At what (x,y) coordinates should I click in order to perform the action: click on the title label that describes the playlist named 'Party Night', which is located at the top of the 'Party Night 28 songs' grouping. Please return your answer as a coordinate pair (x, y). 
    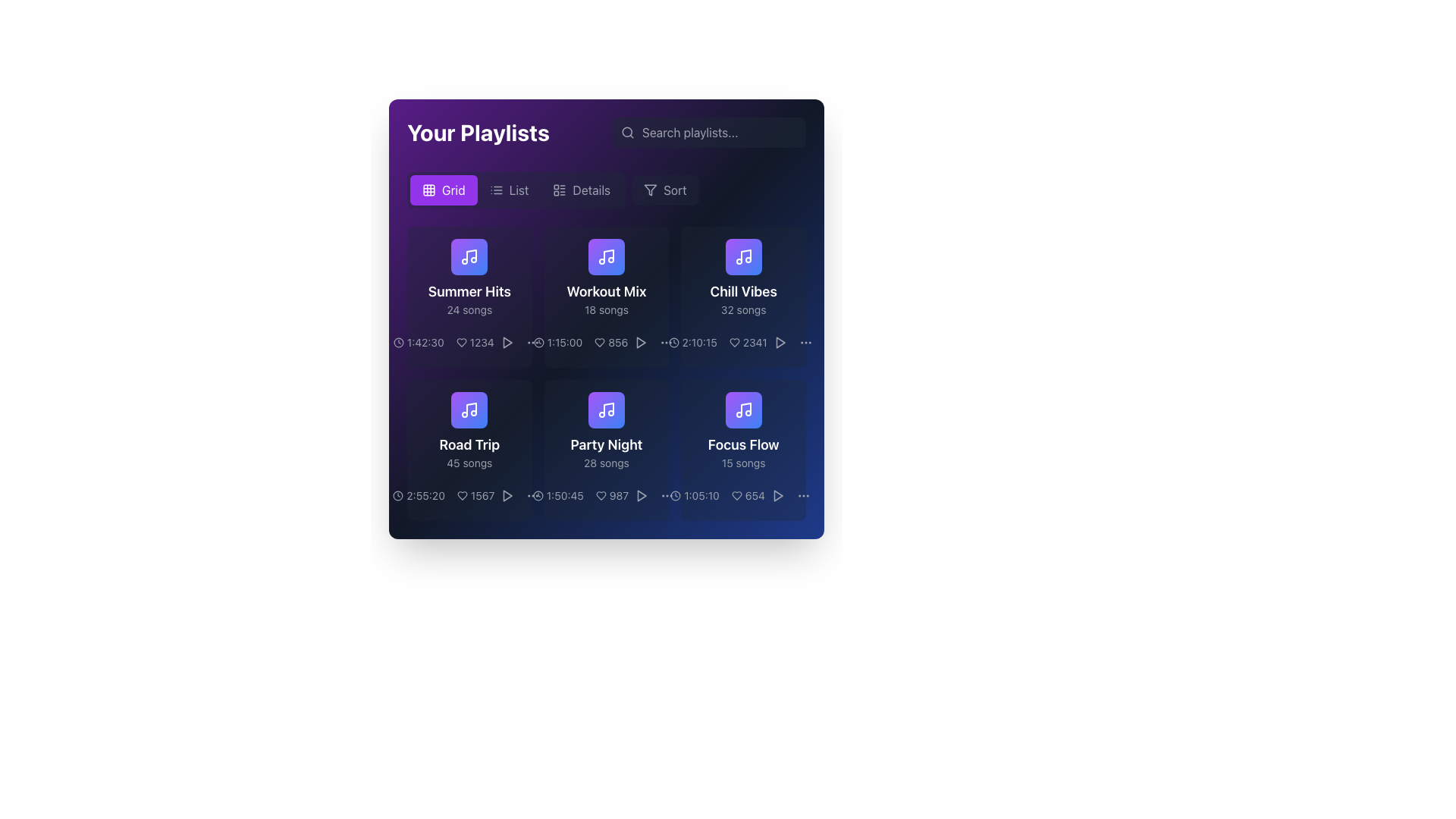
    Looking at the image, I should click on (607, 444).